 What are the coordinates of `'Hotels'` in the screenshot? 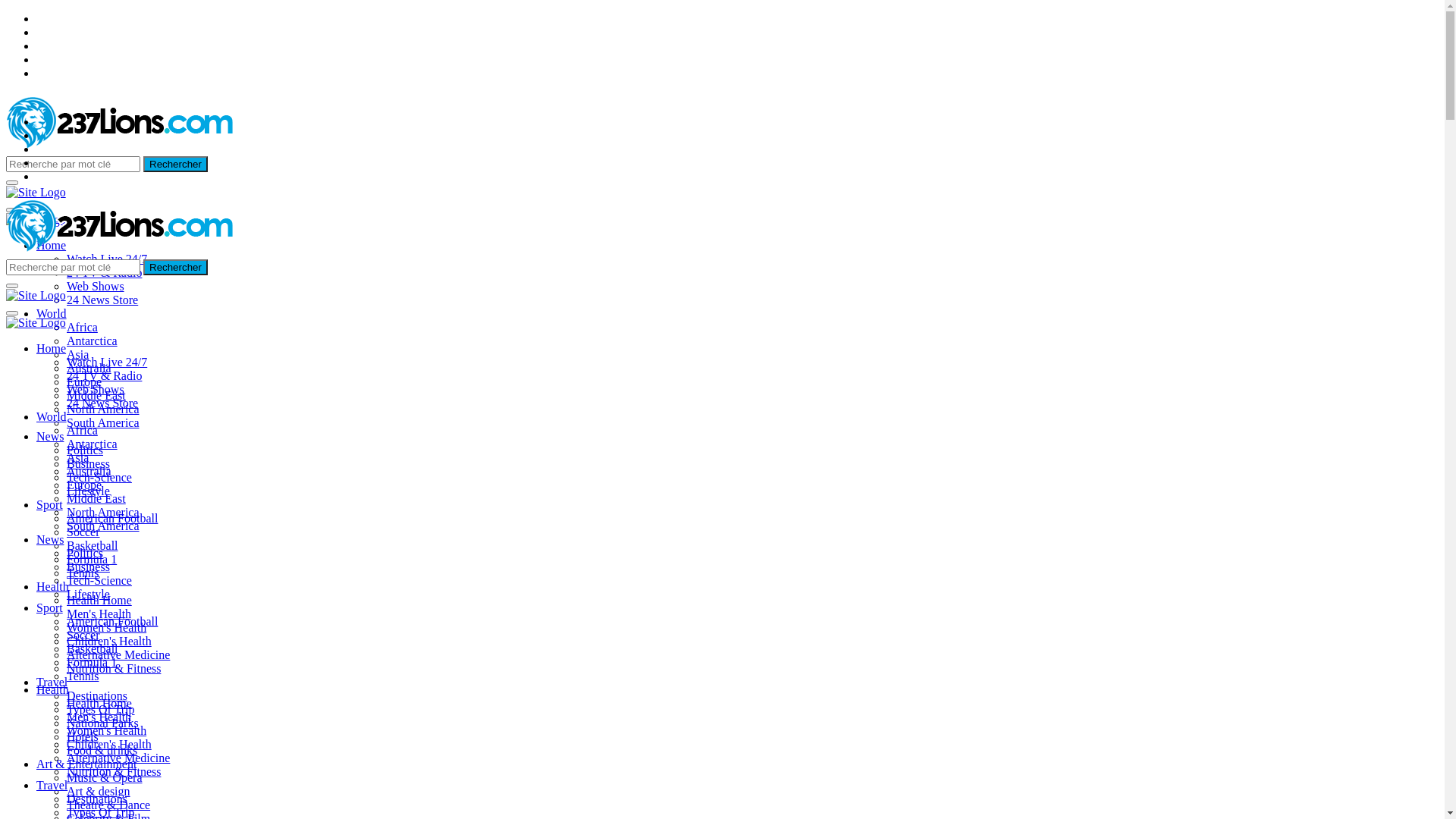 It's located at (82, 736).